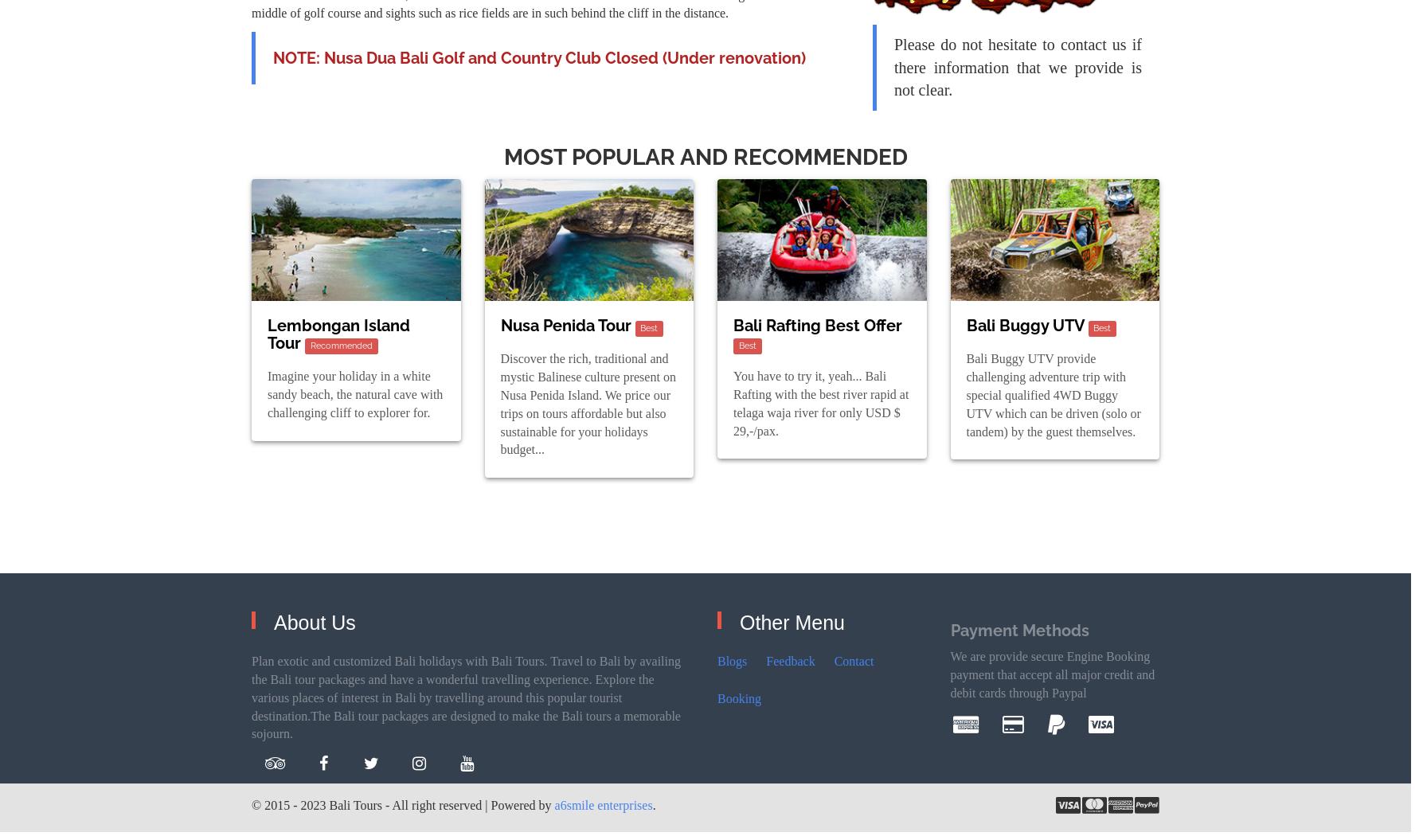  Describe the element at coordinates (603, 804) in the screenshot. I see `'a6smile enterprises'` at that location.